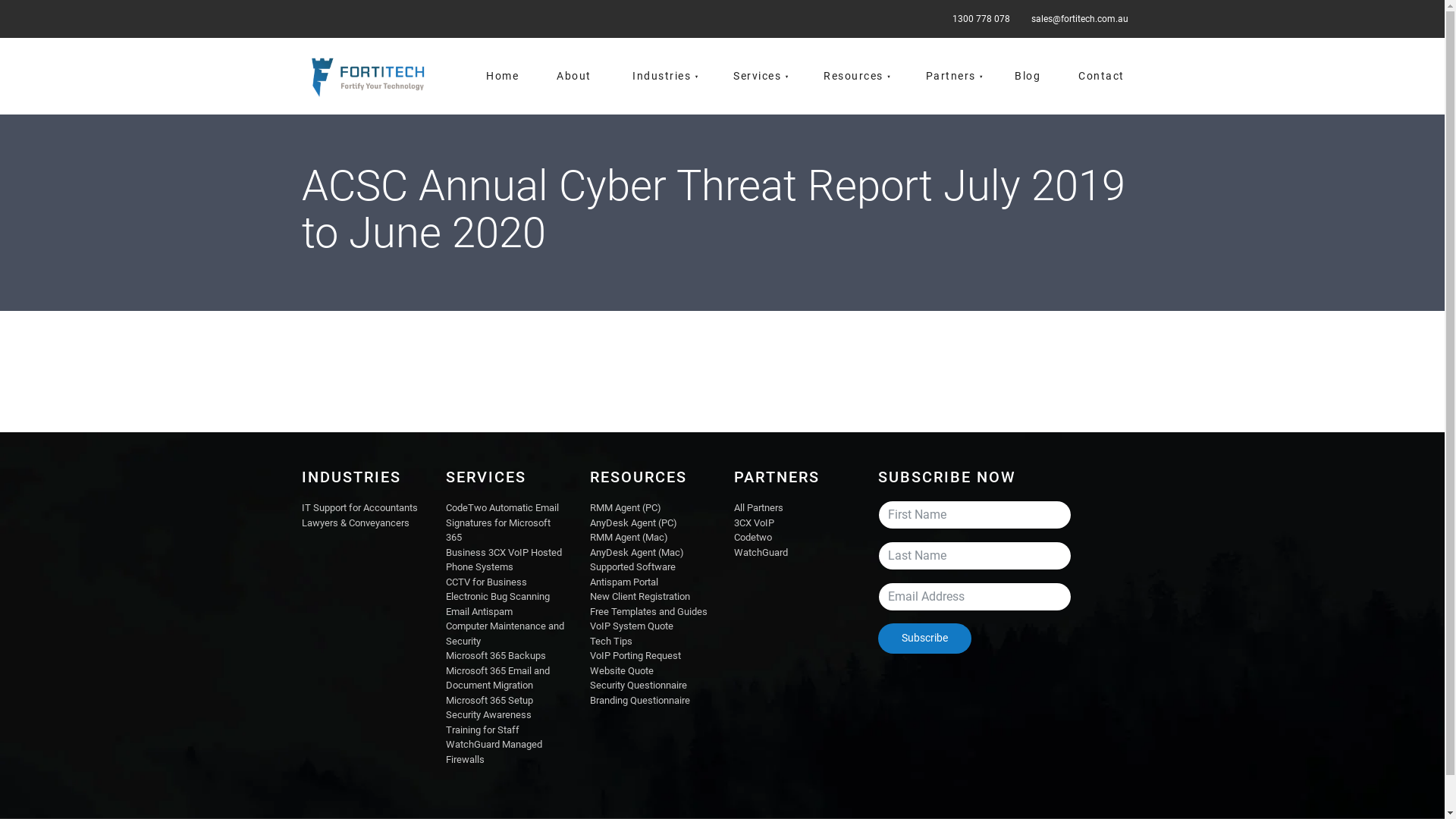  What do you see at coordinates (445, 677) in the screenshot?
I see `'Microsoft 365 Email and Document Migration'` at bounding box center [445, 677].